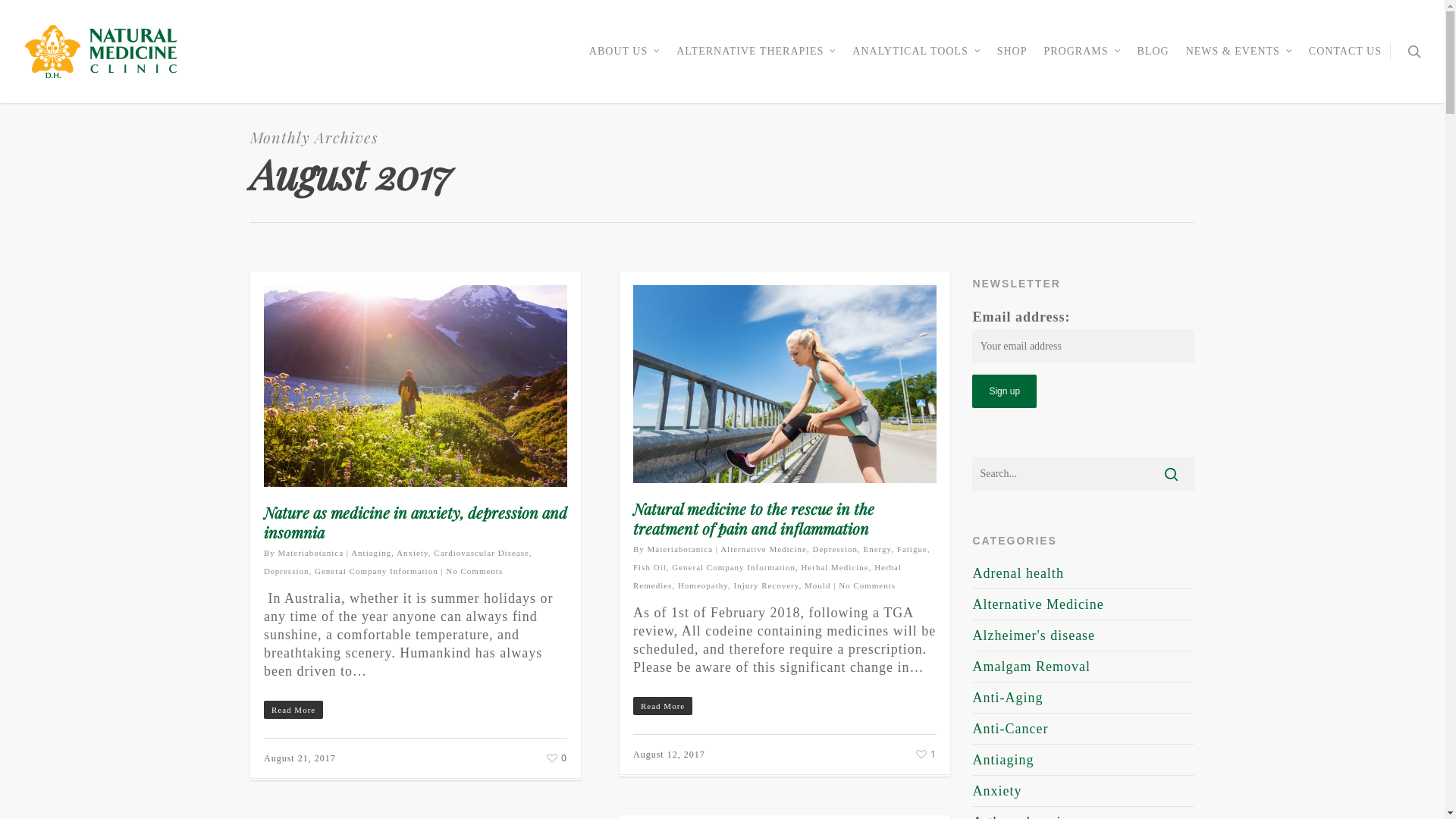  Describe the element at coordinates (1345, 61) in the screenshot. I see `'CONTACT US'` at that location.